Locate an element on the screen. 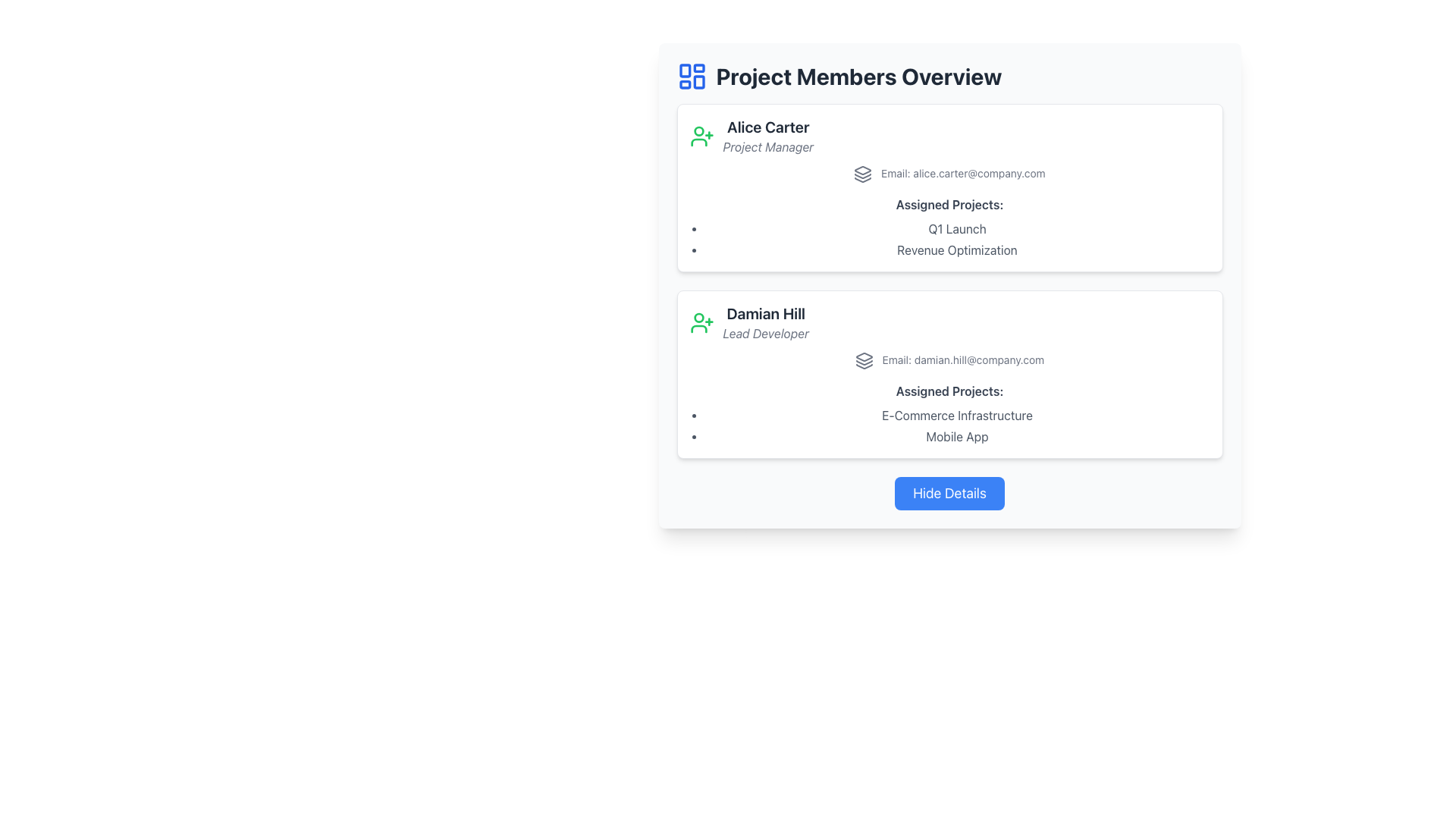 Image resolution: width=1456 pixels, height=819 pixels. the Decorative icon component, which is a small rectangular shape with rounded corners located at the lower right of the SVG graphic representing a dashboard layout is located at coordinates (698, 82).